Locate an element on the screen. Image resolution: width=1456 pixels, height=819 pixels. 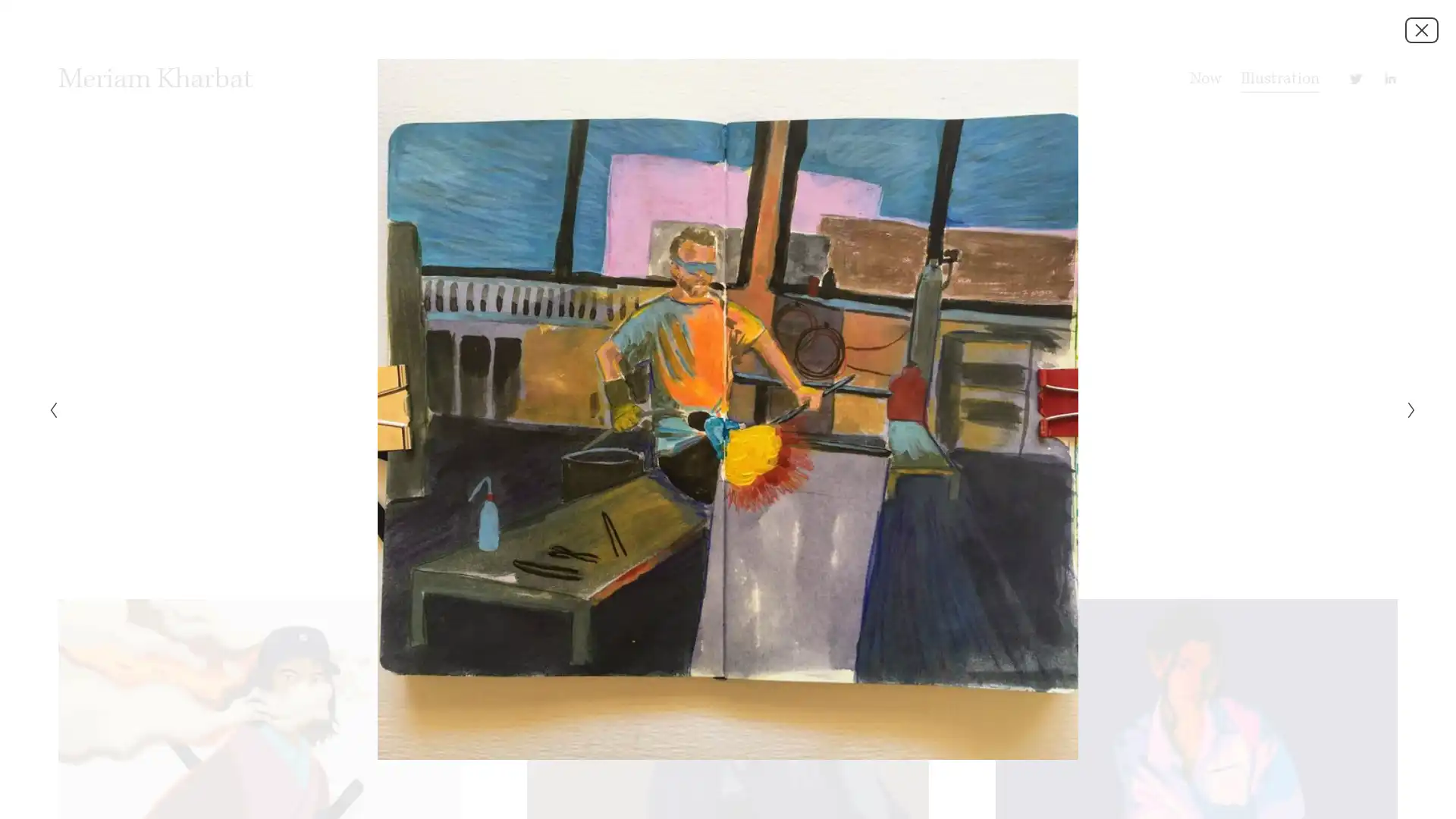
Previous Slide is located at coordinates (48, 409).